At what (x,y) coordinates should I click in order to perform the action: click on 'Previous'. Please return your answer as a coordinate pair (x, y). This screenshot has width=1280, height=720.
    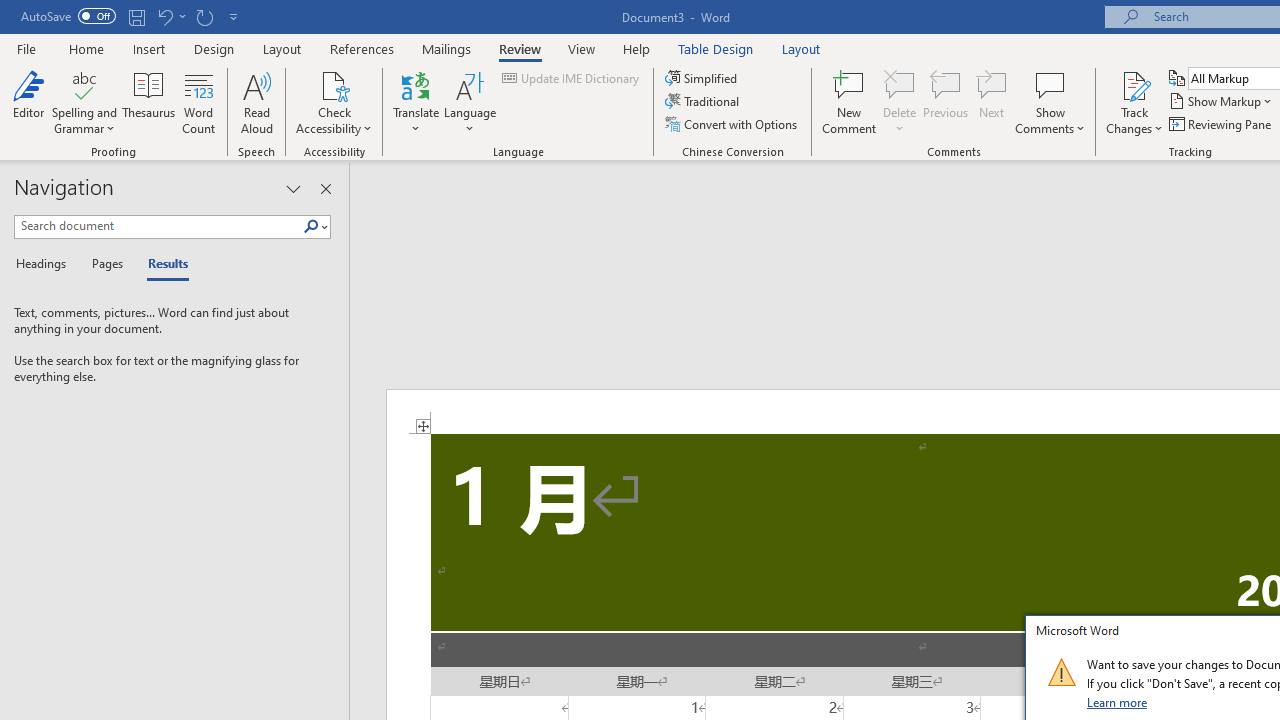
    Looking at the image, I should click on (945, 103).